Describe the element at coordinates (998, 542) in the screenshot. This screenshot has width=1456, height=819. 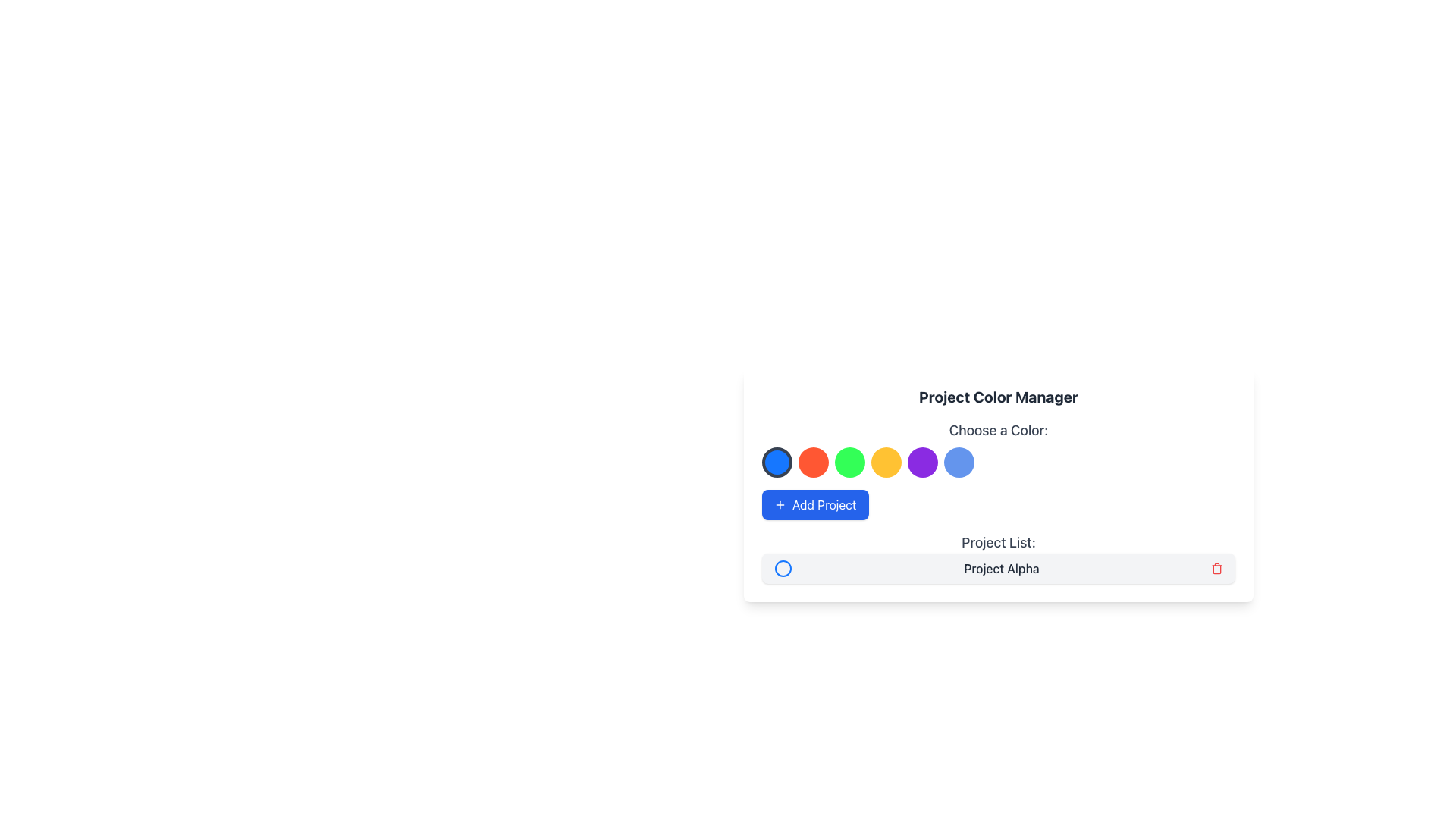
I see `the text label that serves as a header for the project list, positioned below the 'Choose a Color:' section and above 'Project Alpha'` at that location.